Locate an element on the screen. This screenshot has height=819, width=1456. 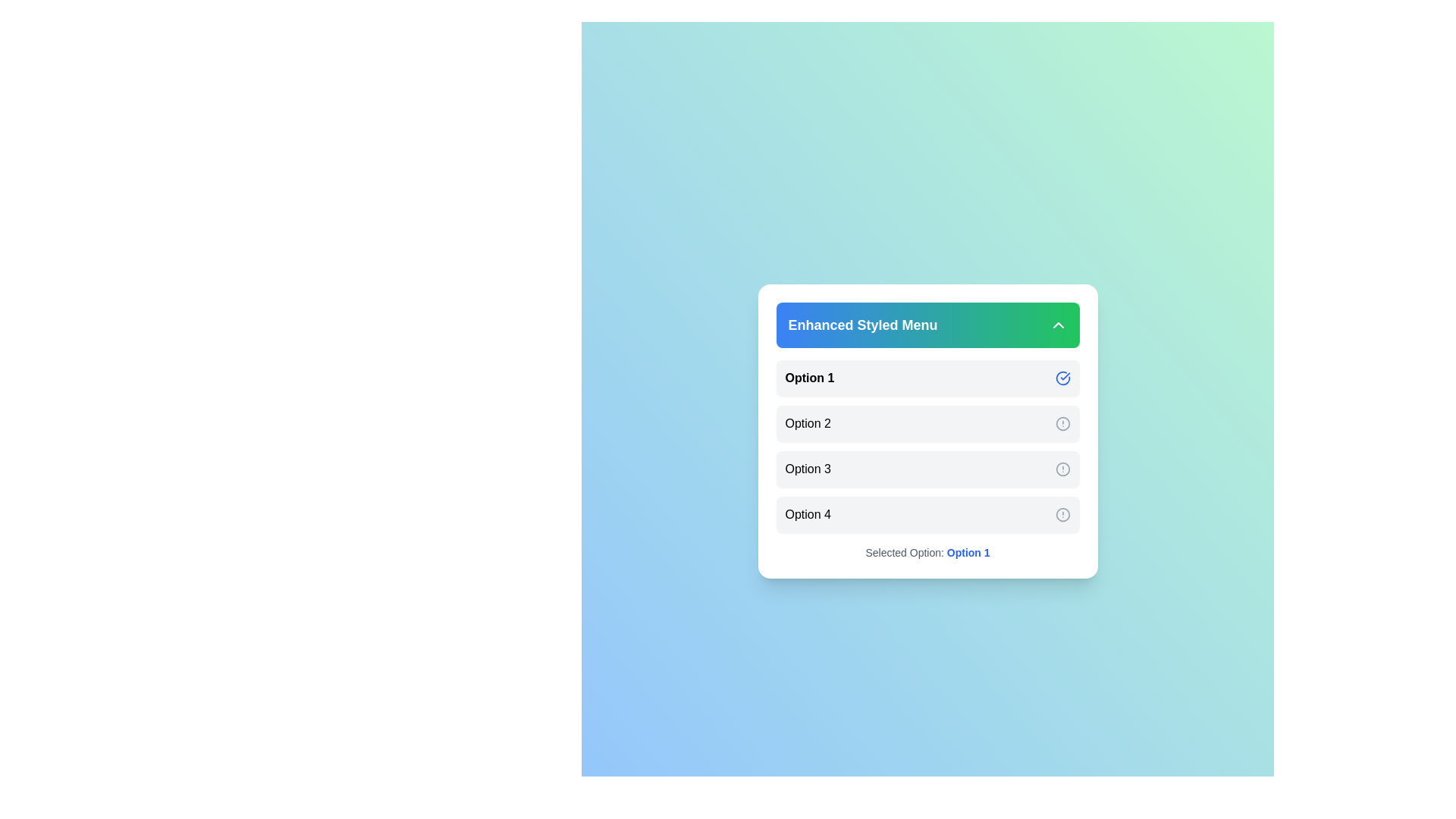
the menu option Option 3 by clicking on it is located at coordinates (927, 468).